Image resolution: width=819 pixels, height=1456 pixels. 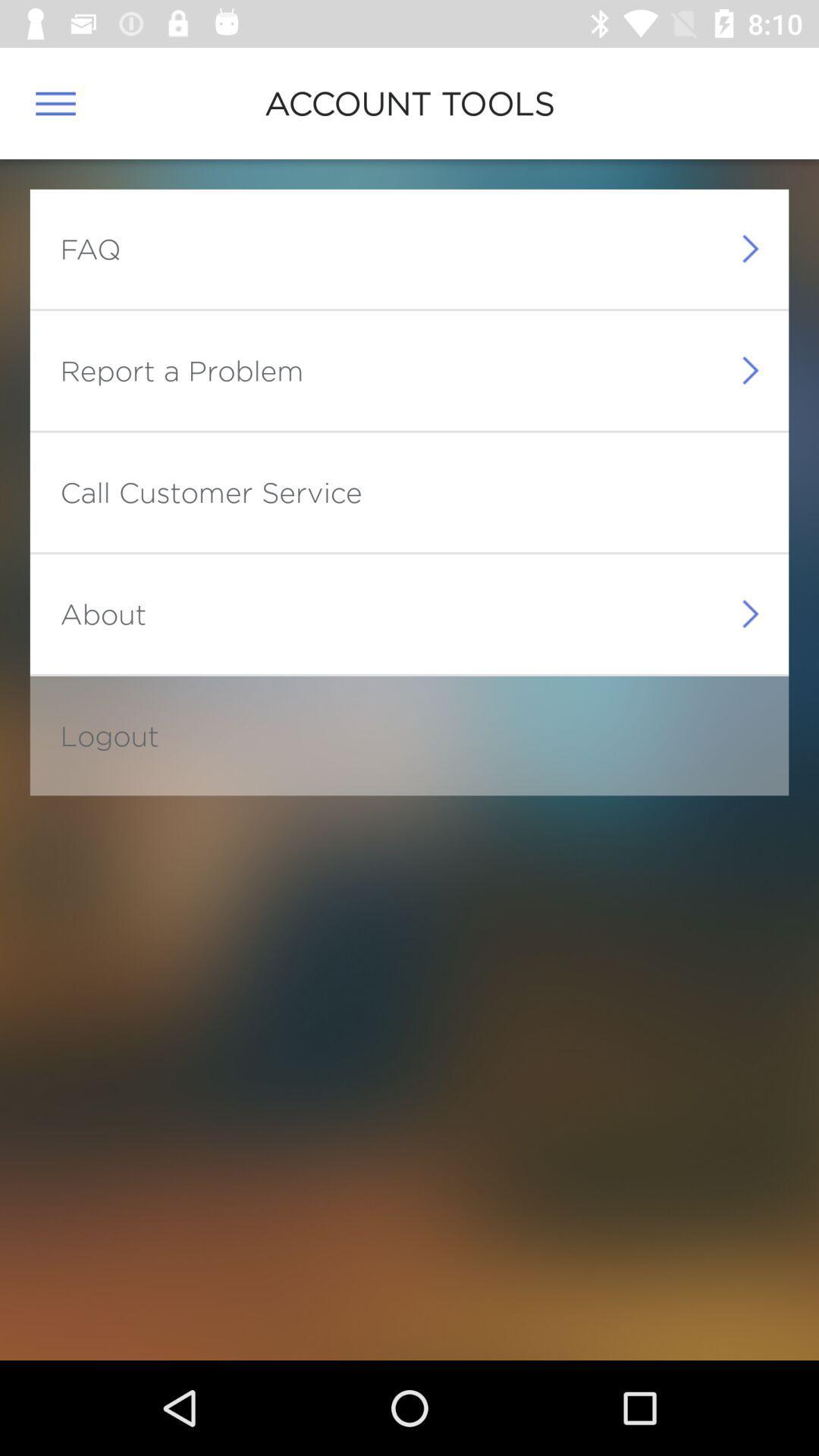 I want to click on item above the call customer service item, so click(x=180, y=370).